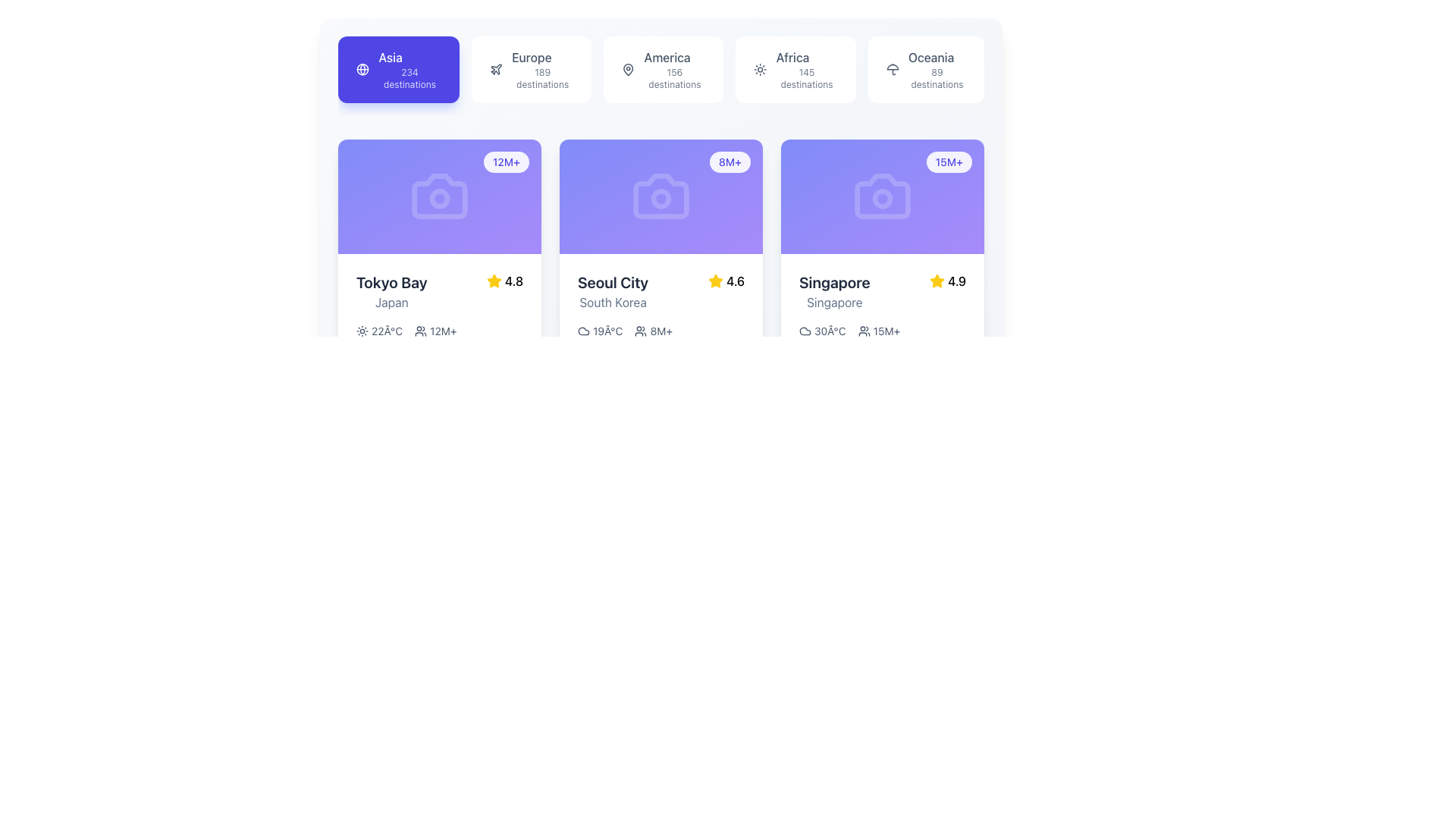 The width and height of the screenshot is (1456, 819). Describe the element at coordinates (947, 281) in the screenshot. I see `the rating display element for the 'Singapore' entry, located at the bottom right corner of its card, just below the title` at that location.